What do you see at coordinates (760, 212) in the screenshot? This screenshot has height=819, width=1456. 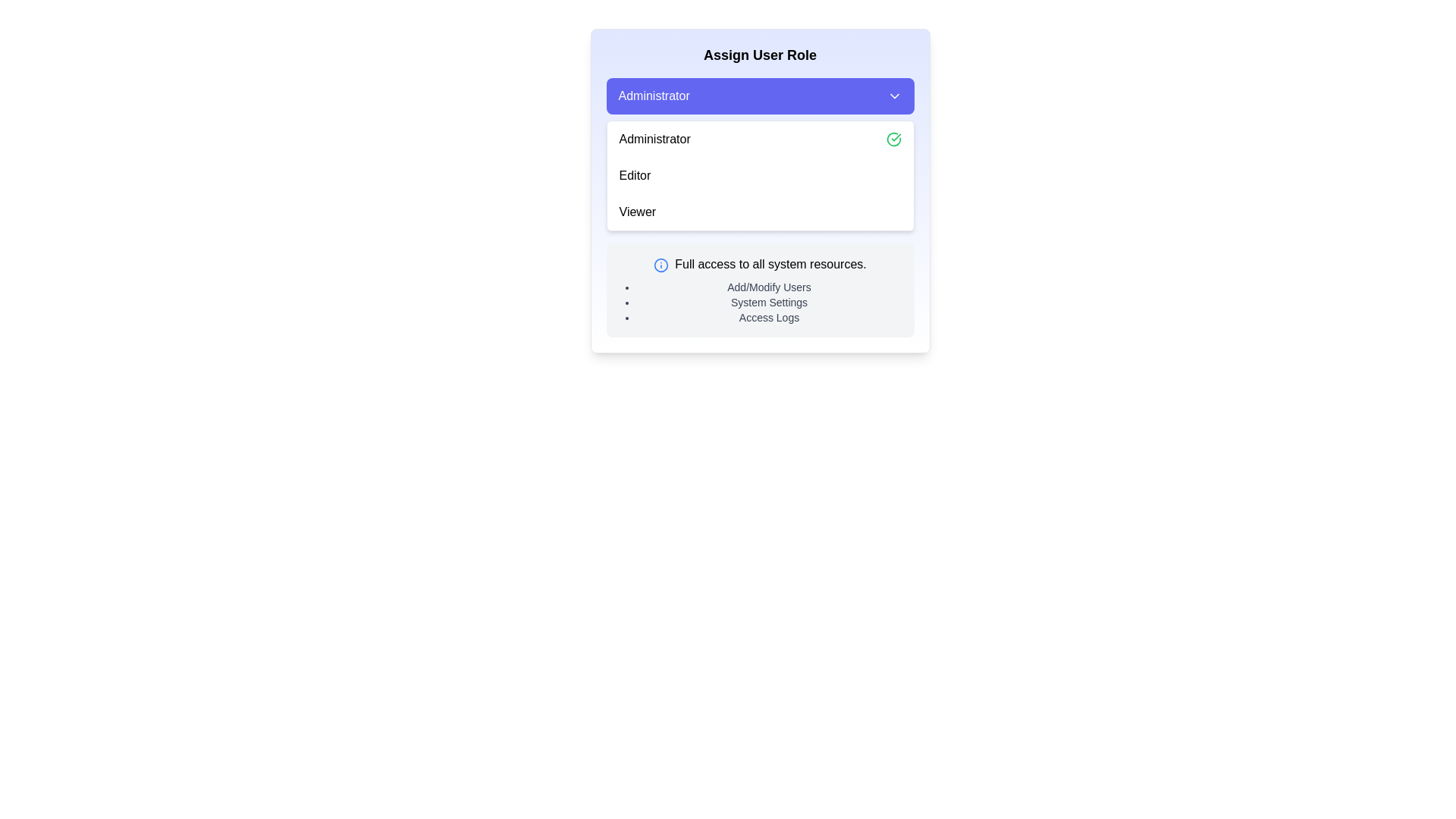 I see `the 'Viewer' option in the 'Assign User Role' dropdown list` at bounding box center [760, 212].